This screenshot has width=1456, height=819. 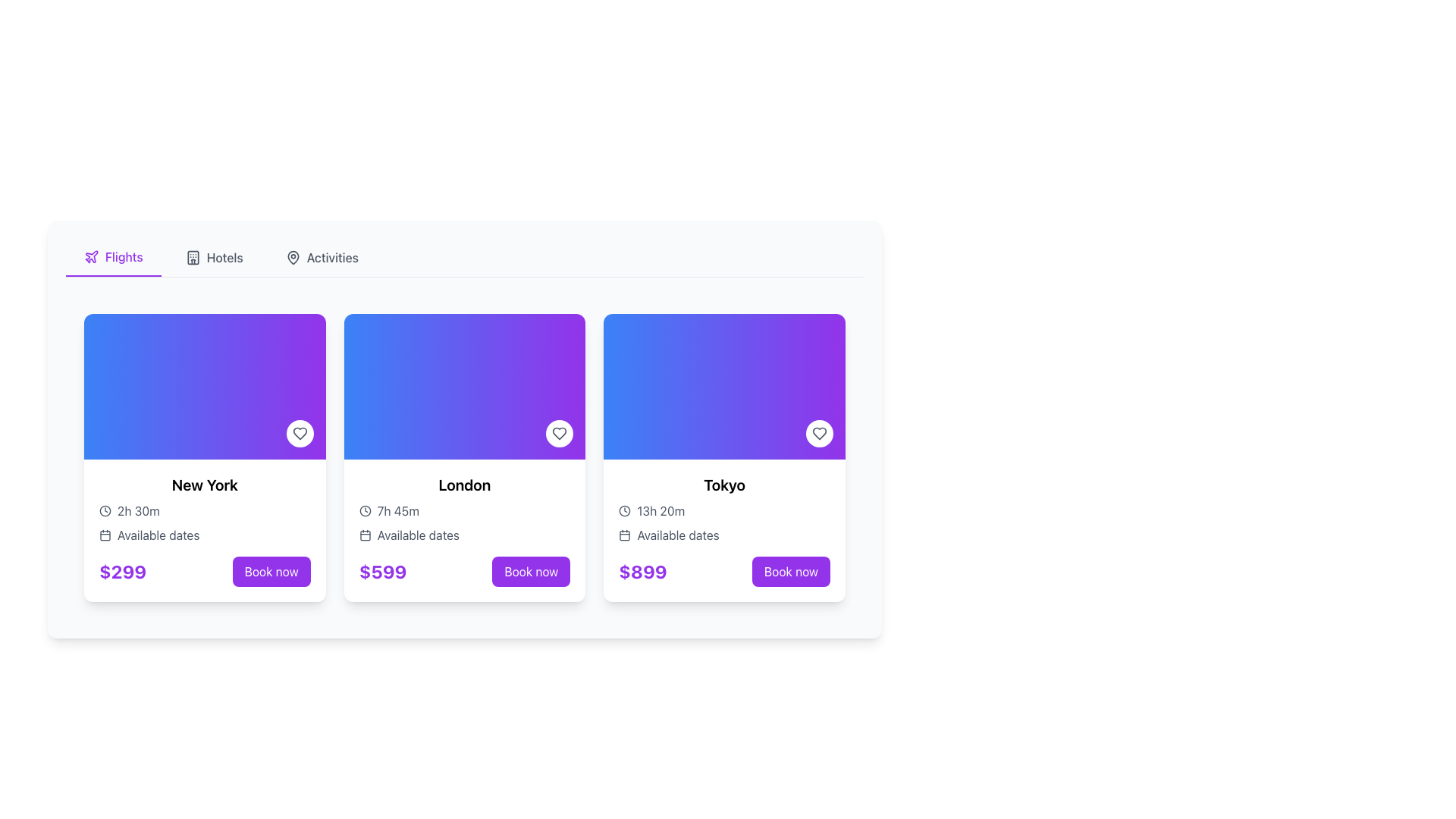 What do you see at coordinates (723, 485) in the screenshot?
I see `the text label that displays 'Tokyo', which is a large, bold text located in the top section of the third card` at bounding box center [723, 485].